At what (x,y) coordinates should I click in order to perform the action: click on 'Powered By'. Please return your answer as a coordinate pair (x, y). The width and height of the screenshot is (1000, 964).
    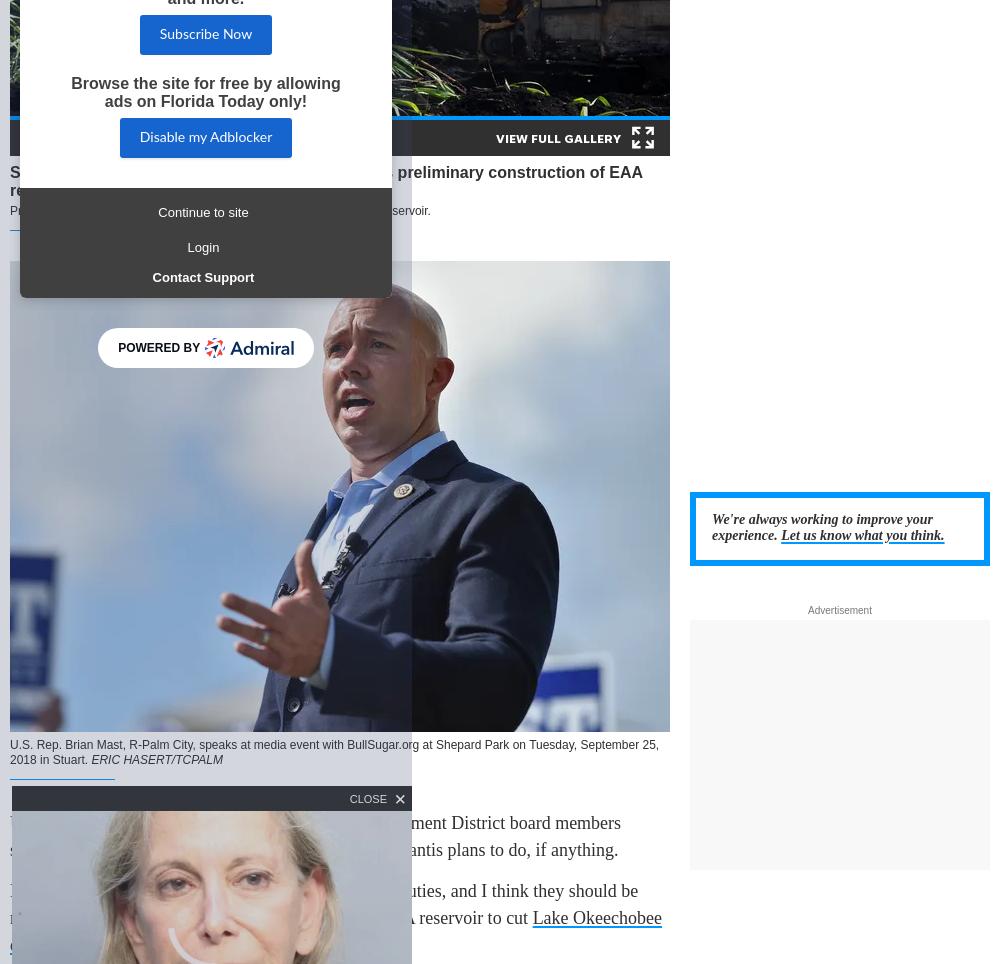
    Looking at the image, I should click on (159, 346).